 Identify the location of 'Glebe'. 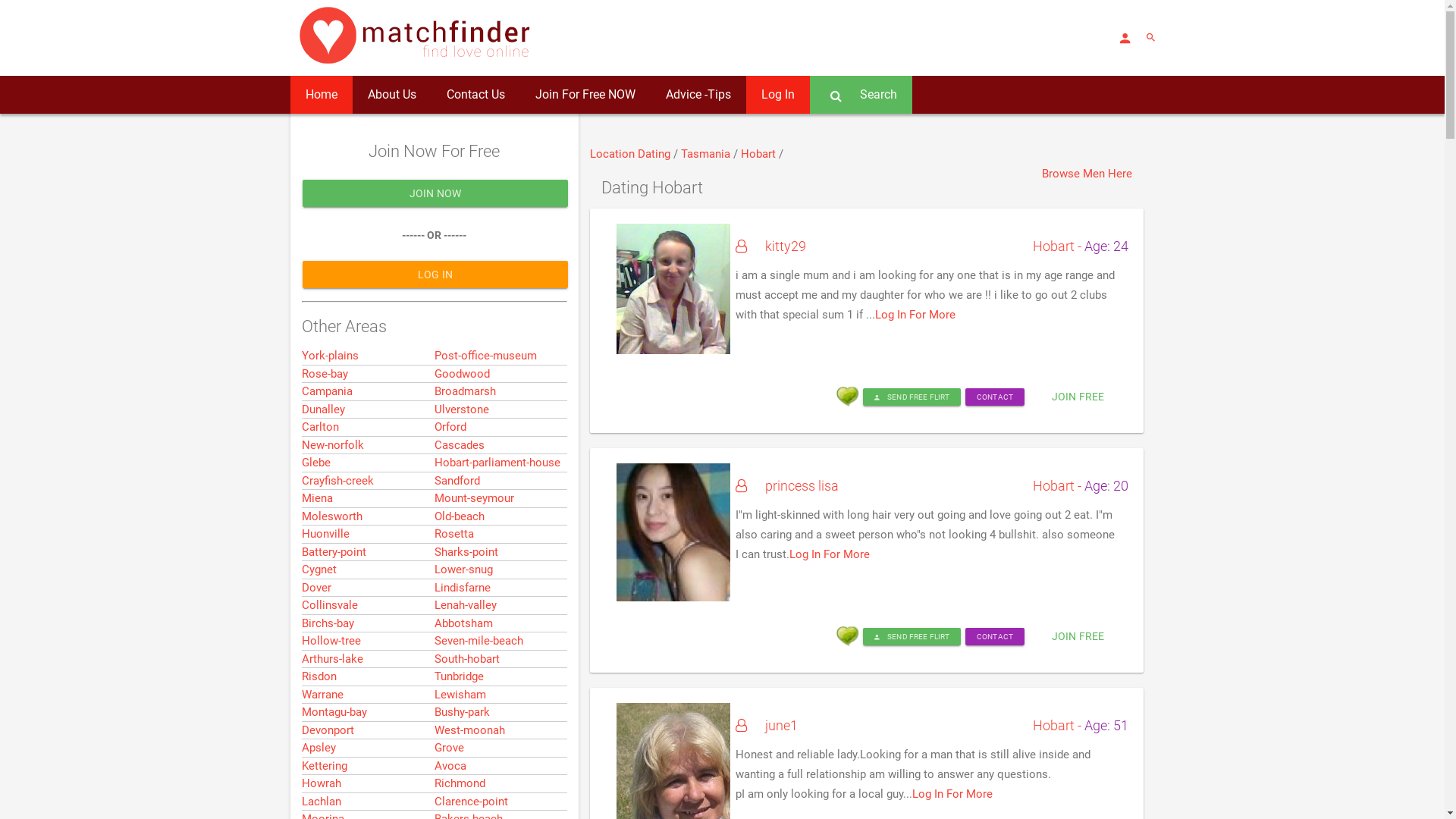
(315, 461).